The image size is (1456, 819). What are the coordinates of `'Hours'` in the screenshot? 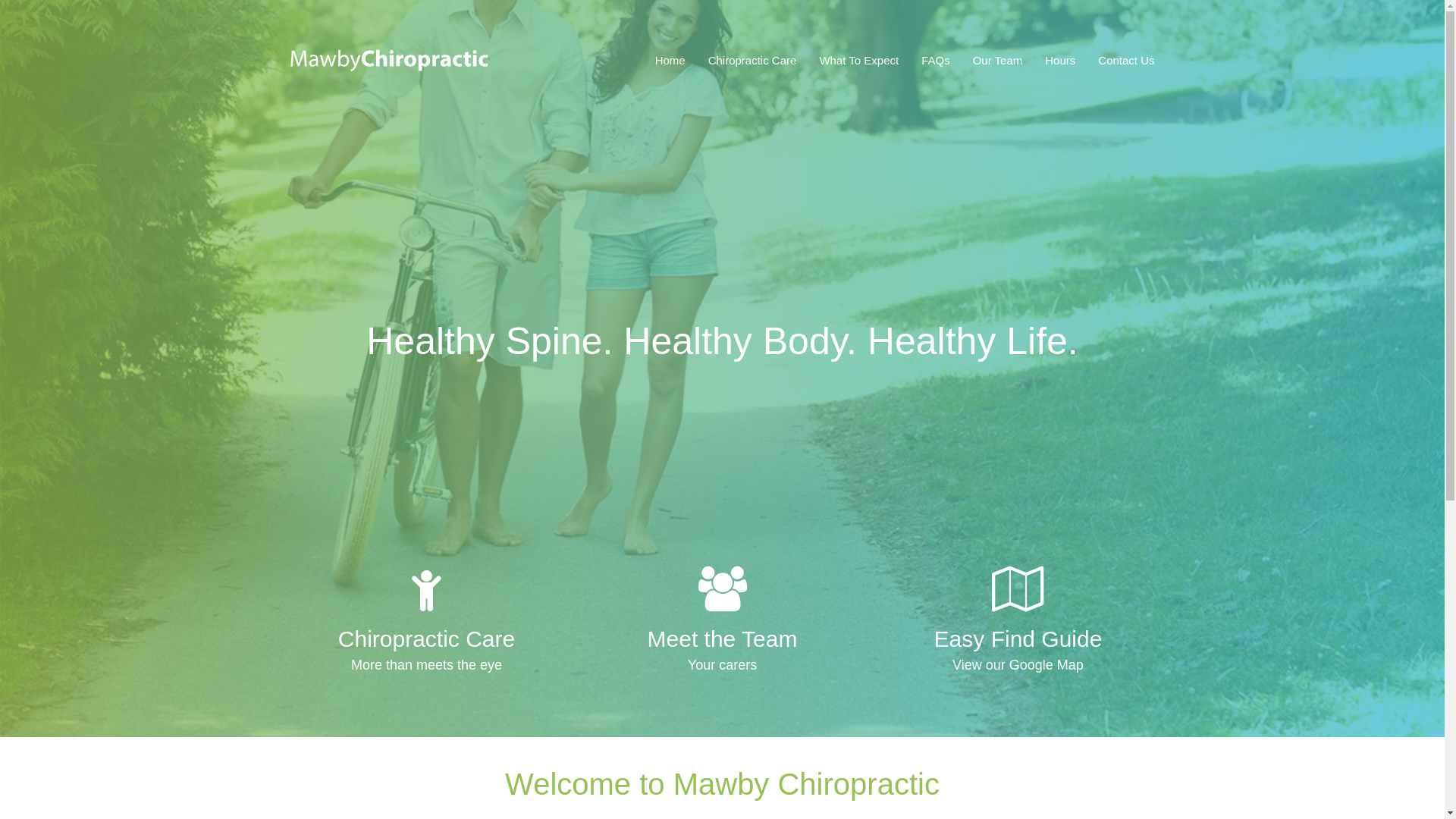 It's located at (1059, 60).